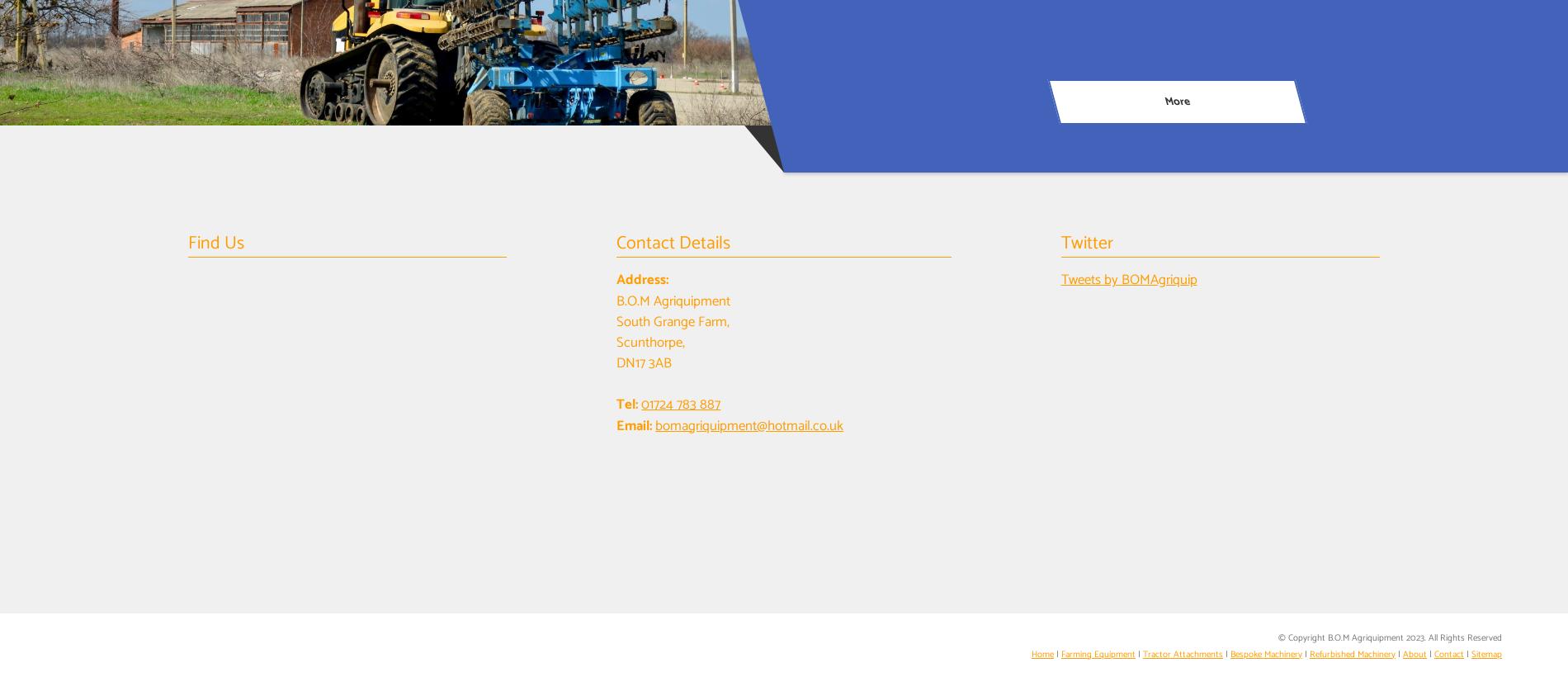 The image size is (1568, 677). I want to click on 'Refurbished Machinery', so click(1352, 654).